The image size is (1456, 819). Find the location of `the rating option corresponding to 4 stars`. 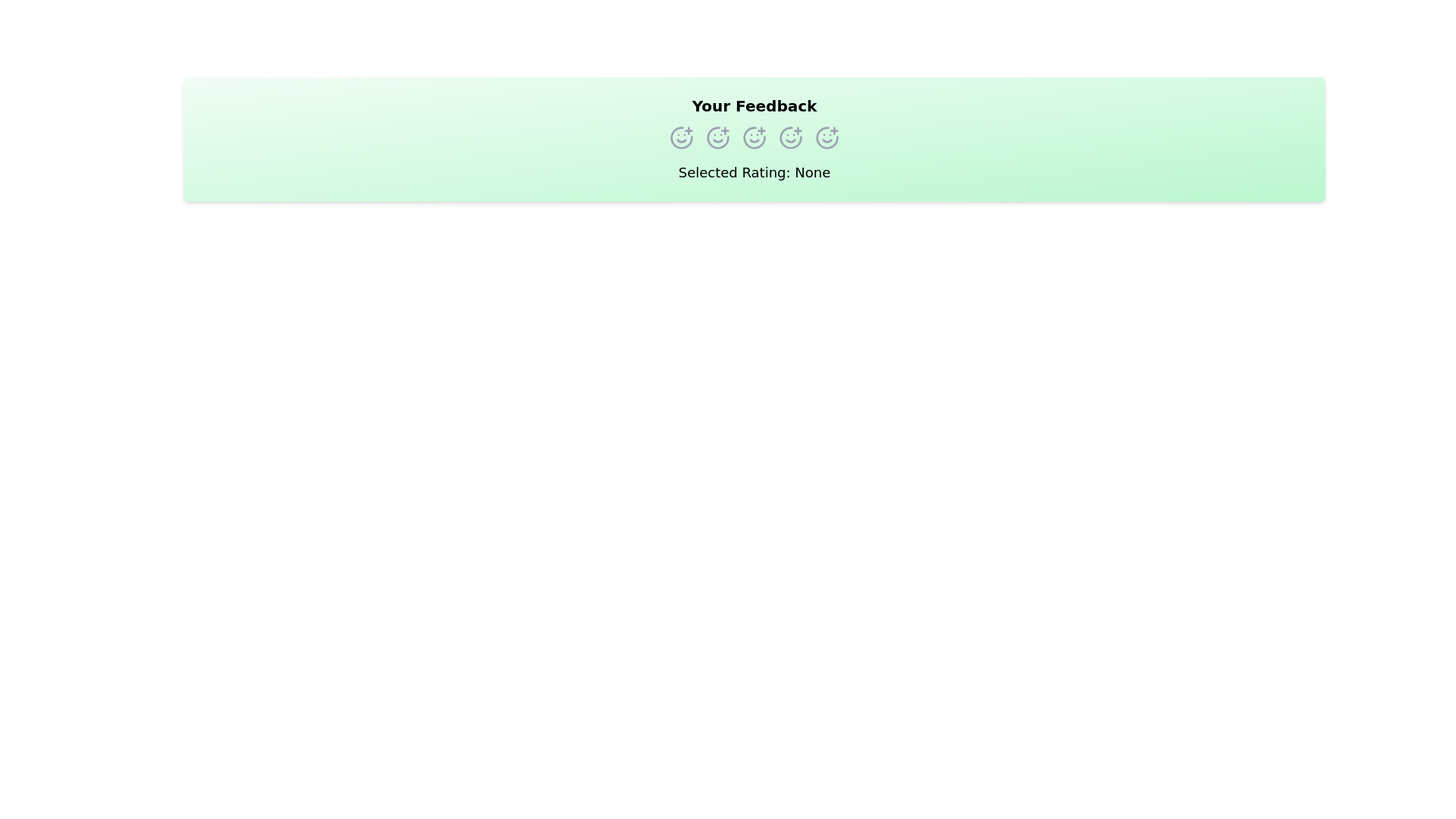

the rating option corresponding to 4 stars is located at coordinates (789, 137).